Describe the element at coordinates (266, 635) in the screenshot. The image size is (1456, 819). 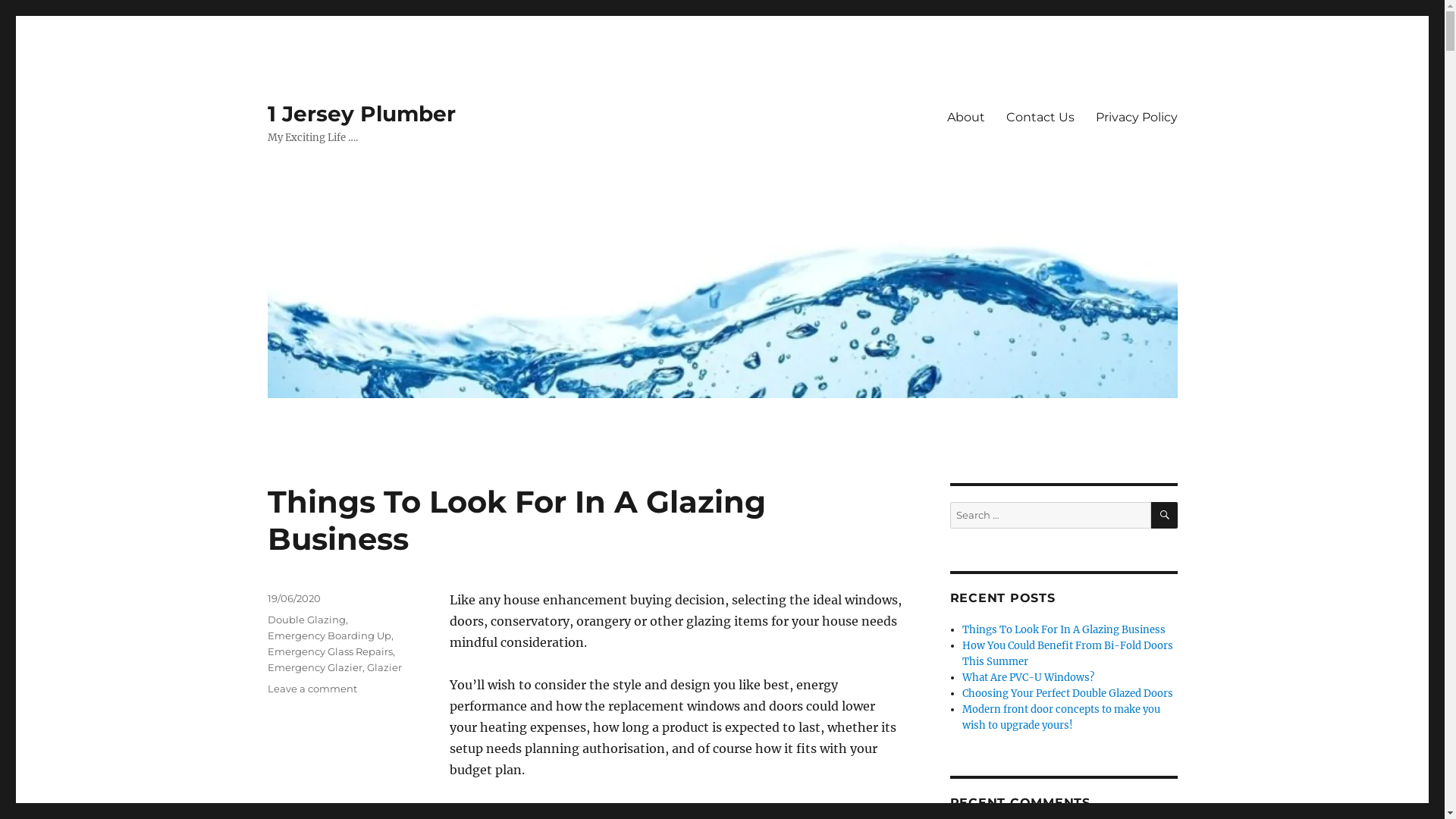
I see `'Emergency Boarding Up'` at that location.